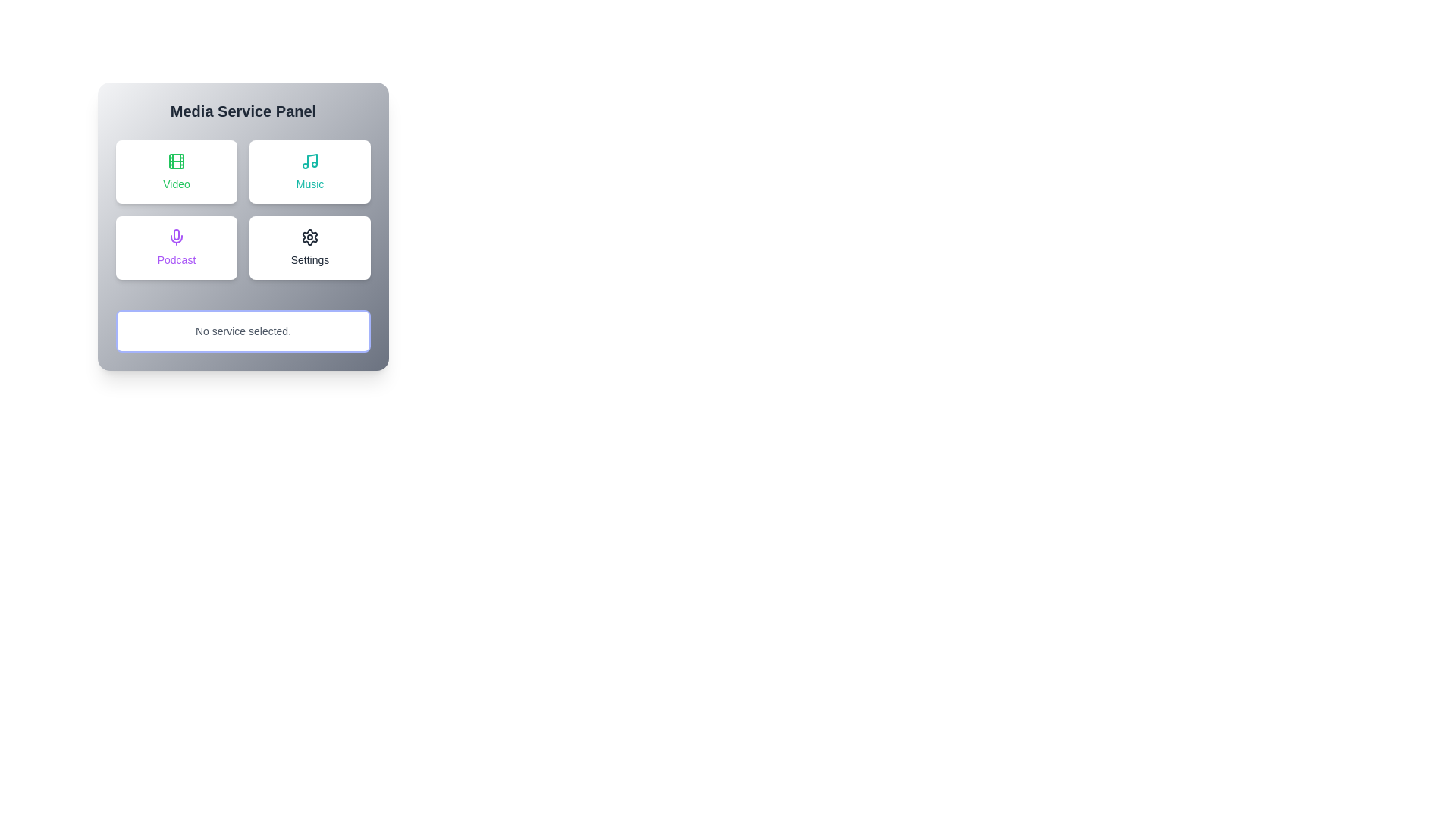  What do you see at coordinates (177, 171) in the screenshot?
I see `the 'Video' button located in the top-left corner of the grid layout` at bounding box center [177, 171].